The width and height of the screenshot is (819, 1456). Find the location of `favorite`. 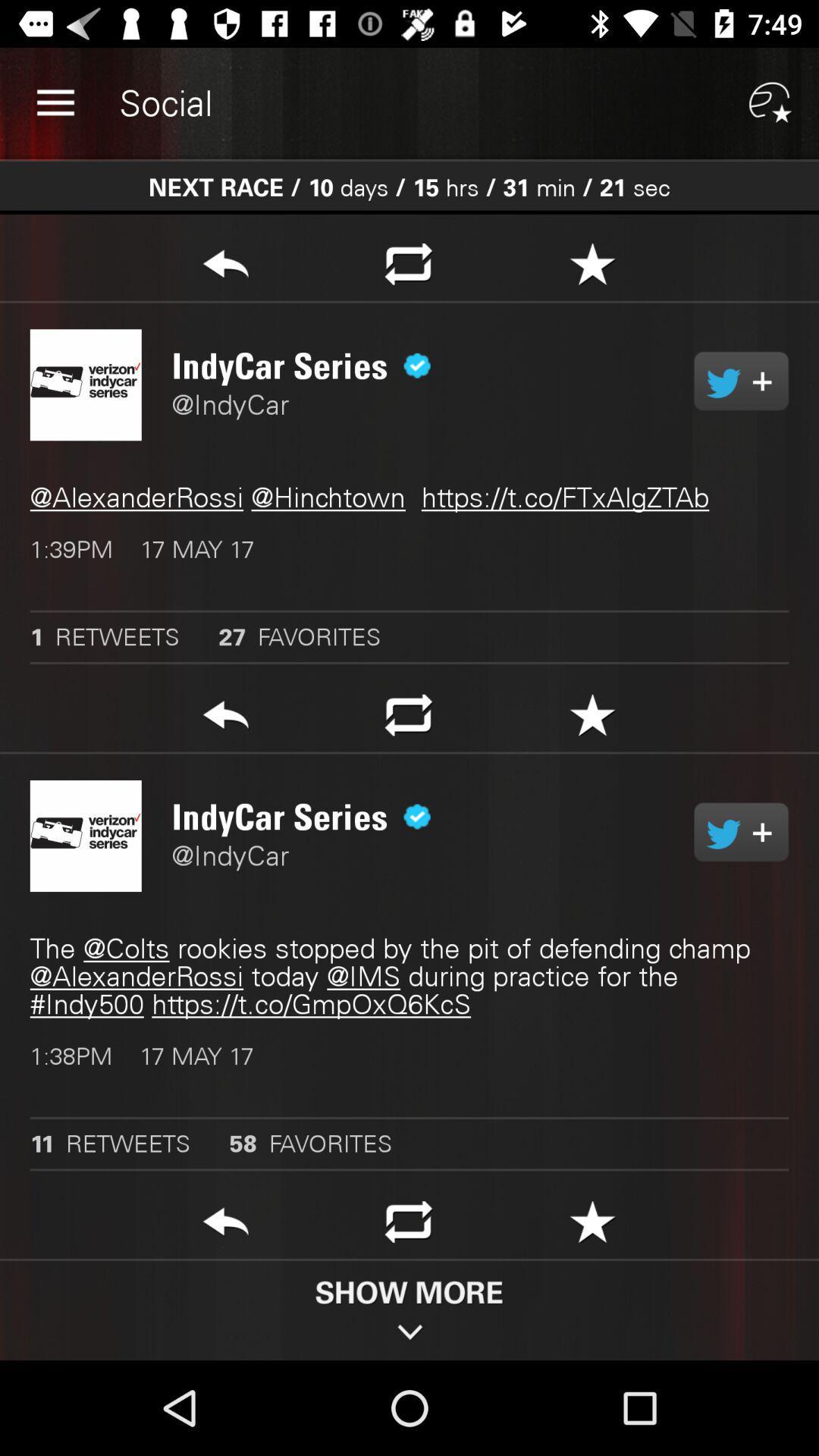

favorite is located at coordinates (591, 1226).